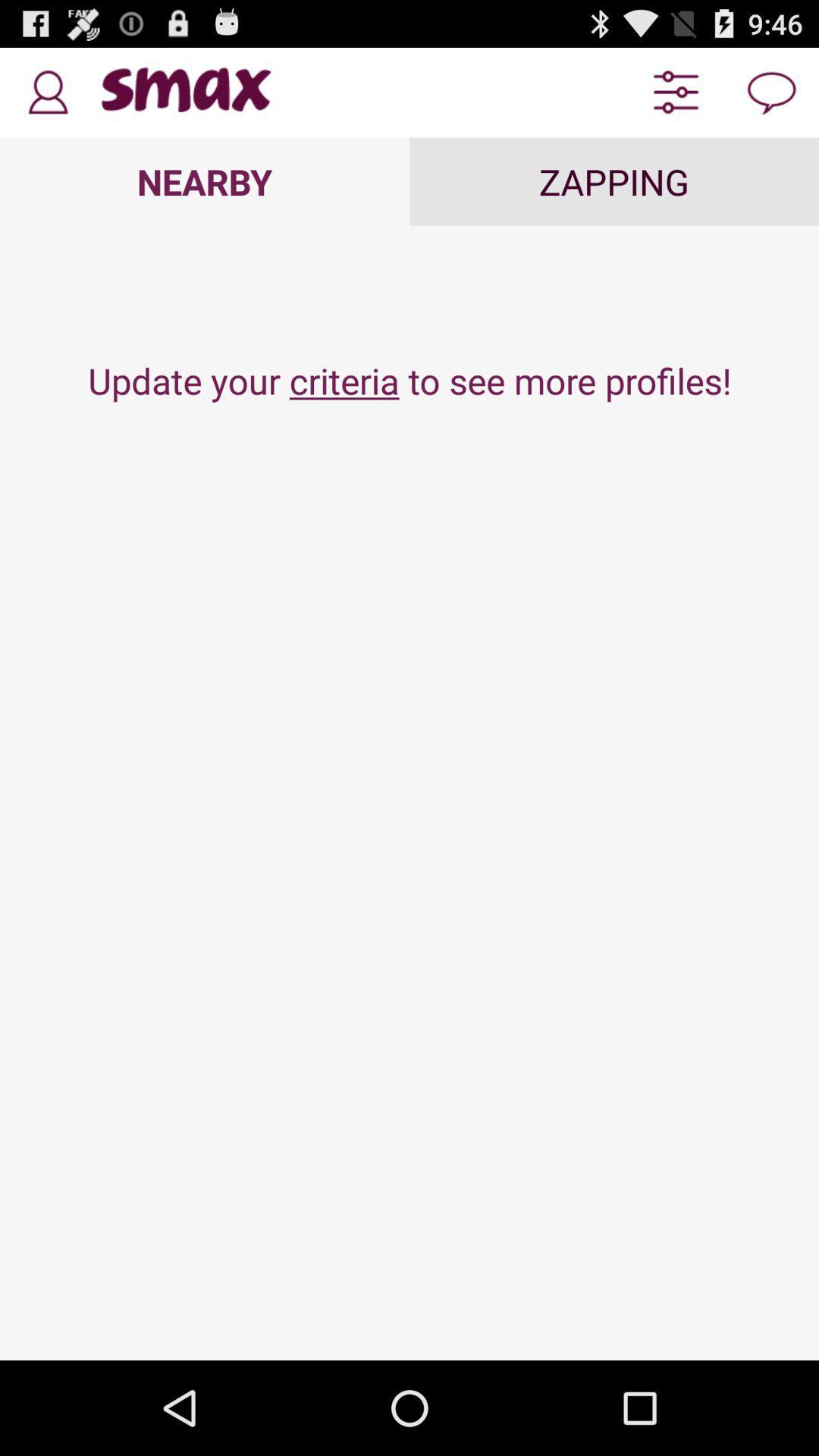 The image size is (819, 1456). I want to click on the avatar icon, so click(46, 98).